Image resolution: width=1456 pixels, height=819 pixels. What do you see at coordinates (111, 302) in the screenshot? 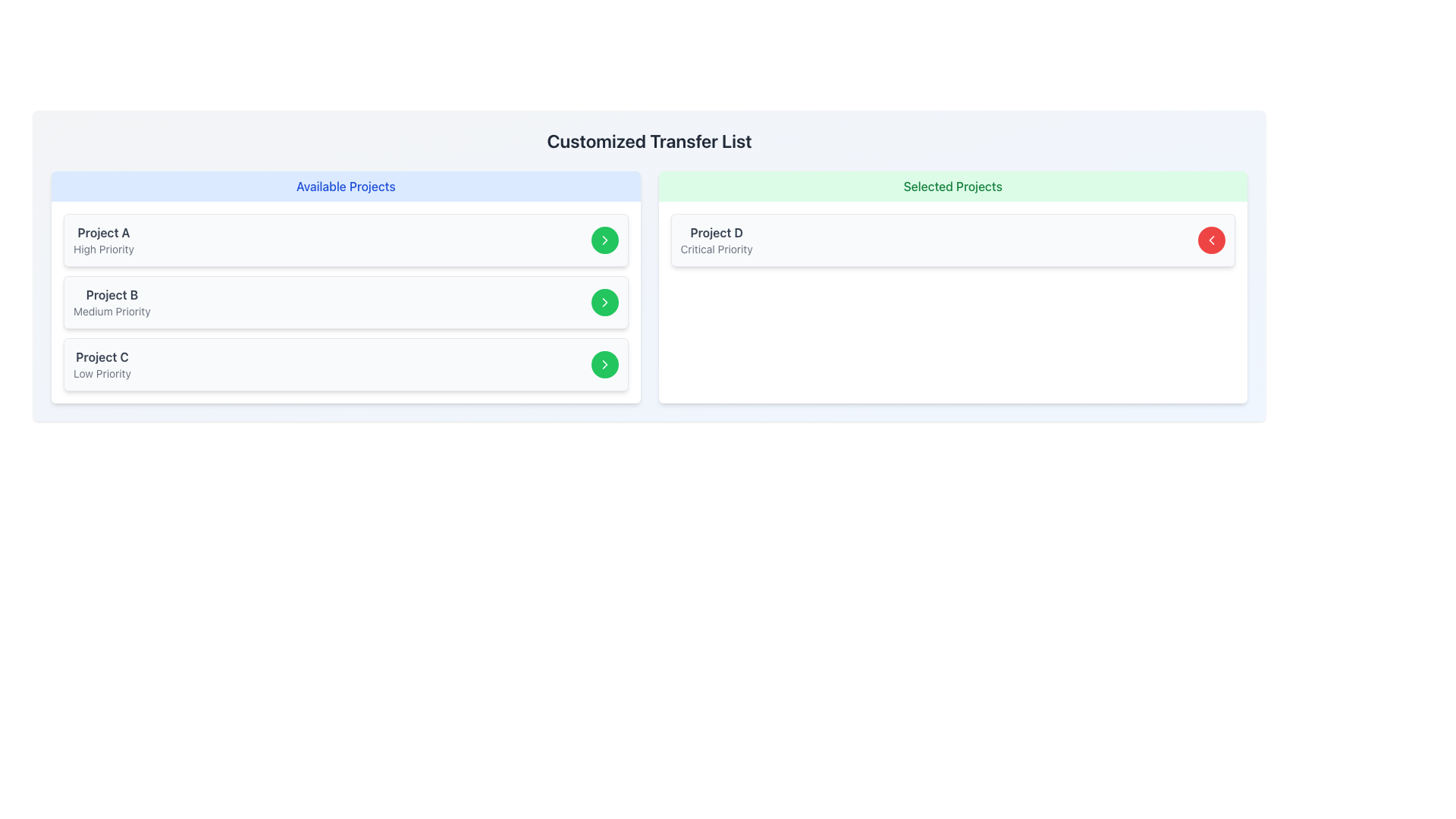
I see `the Static Text Display that shows 'Project B' with 'Medium Priority' in the second card under 'Available Projects'` at bounding box center [111, 302].